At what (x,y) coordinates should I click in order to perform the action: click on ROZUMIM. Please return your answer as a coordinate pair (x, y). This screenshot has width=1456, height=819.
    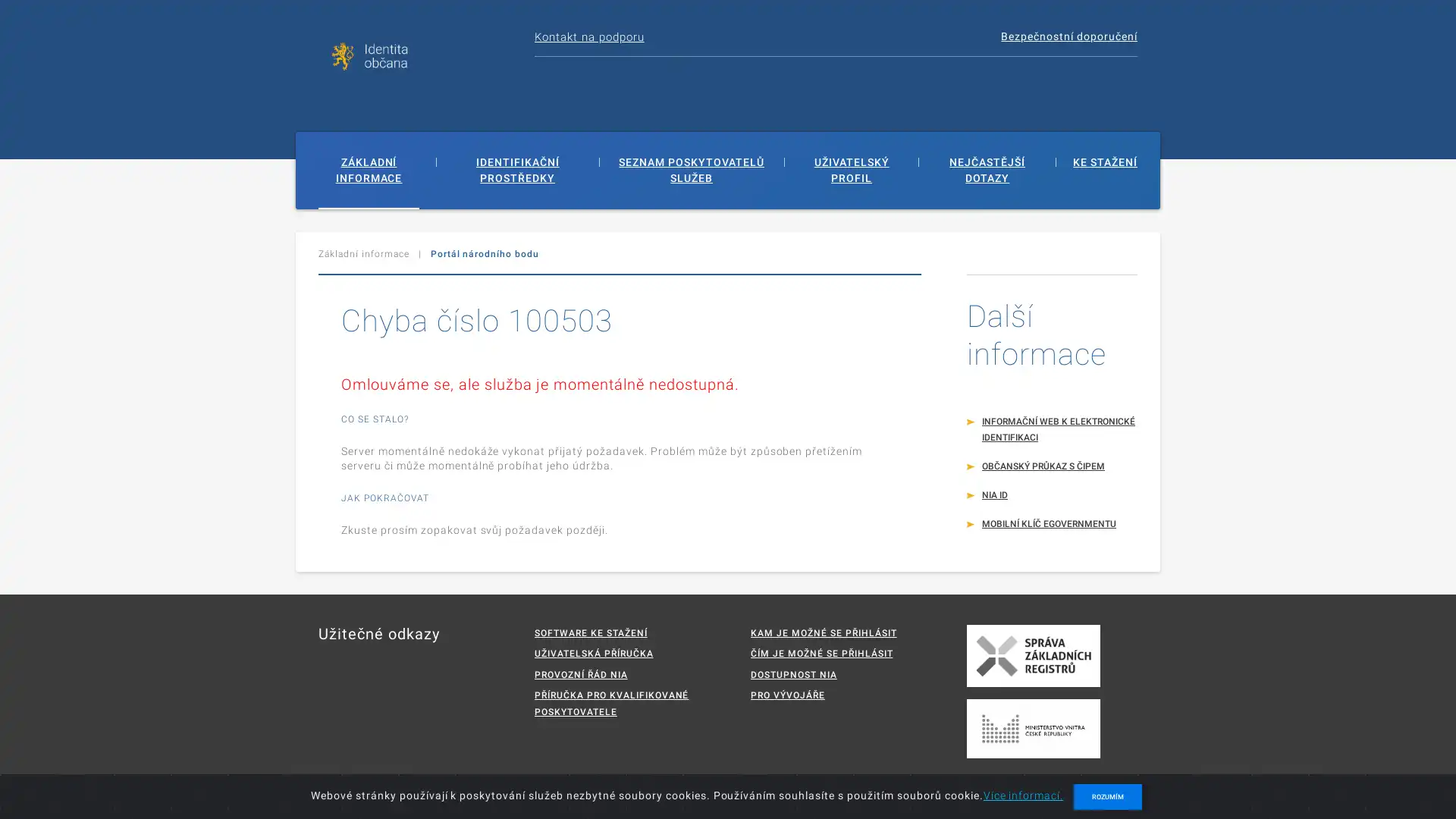
    Looking at the image, I should click on (1107, 795).